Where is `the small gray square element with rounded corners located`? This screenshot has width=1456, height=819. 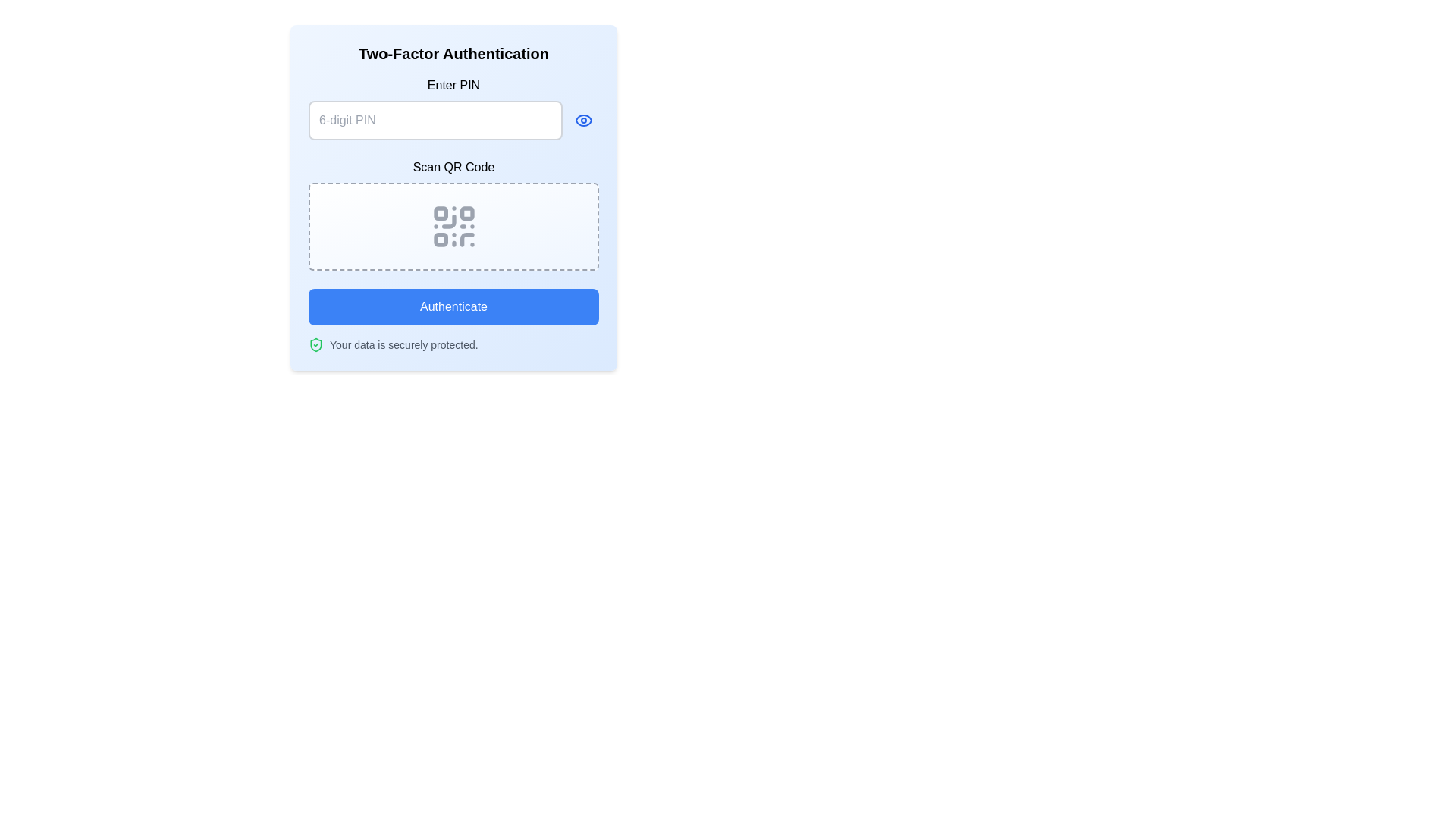 the small gray square element with rounded corners located is located at coordinates (440, 239).